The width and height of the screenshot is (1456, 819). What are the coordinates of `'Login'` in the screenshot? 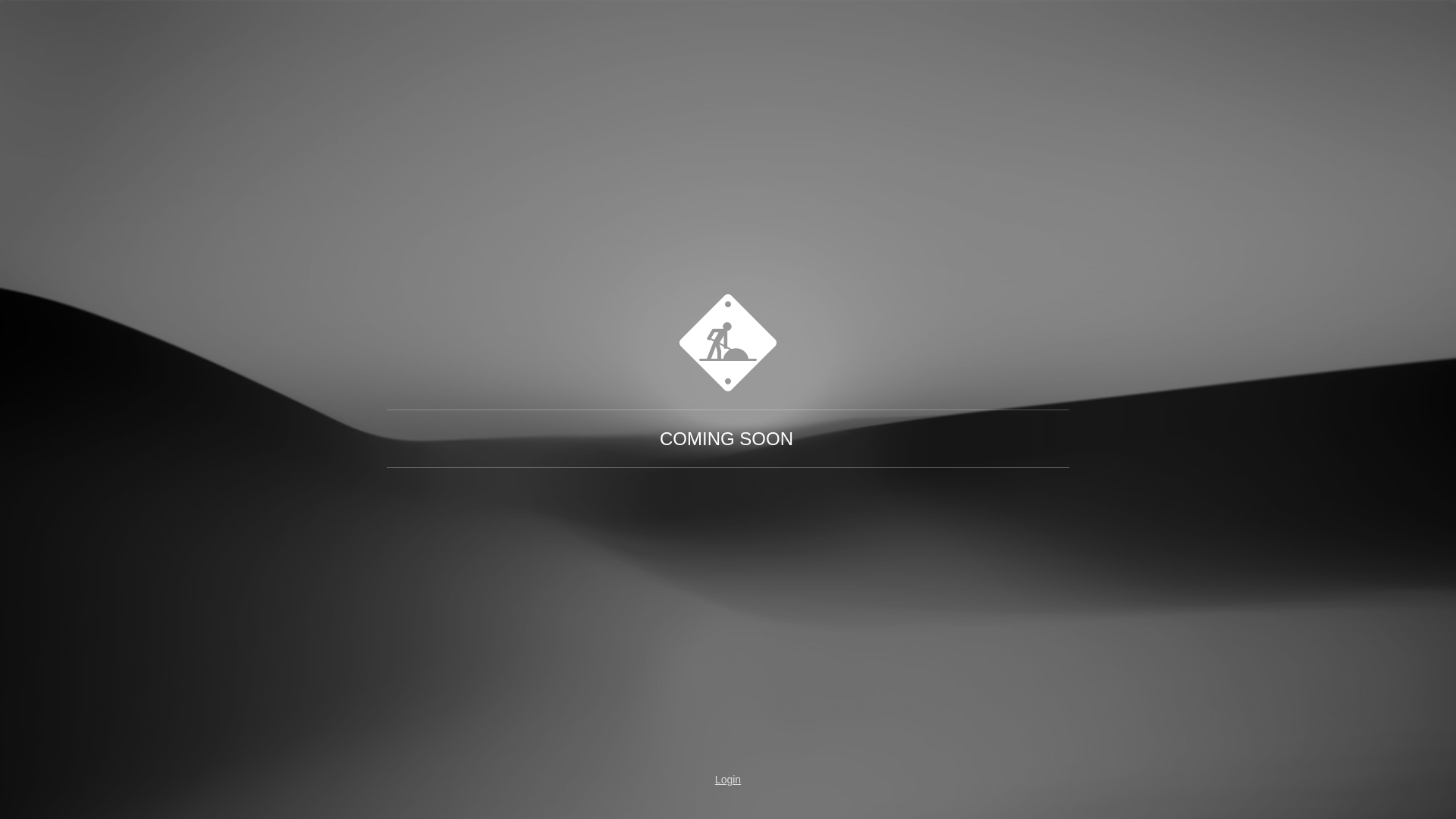 It's located at (728, 780).